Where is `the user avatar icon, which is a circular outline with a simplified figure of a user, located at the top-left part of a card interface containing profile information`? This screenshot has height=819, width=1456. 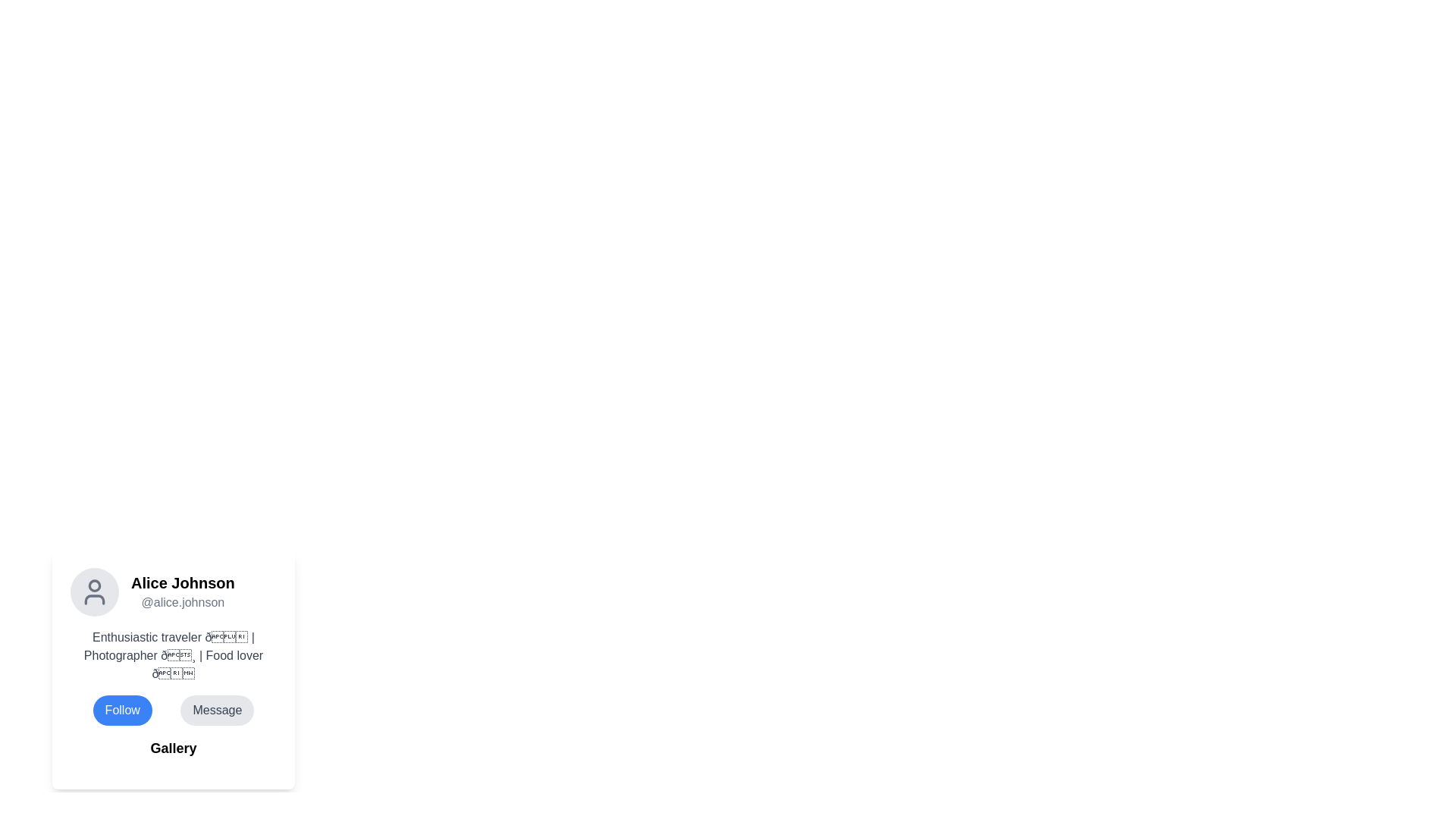
the user avatar icon, which is a circular outline with a simplified figure of a user, located at the top-left part of a card interface containing profile information is located at coordinates (93, 591).